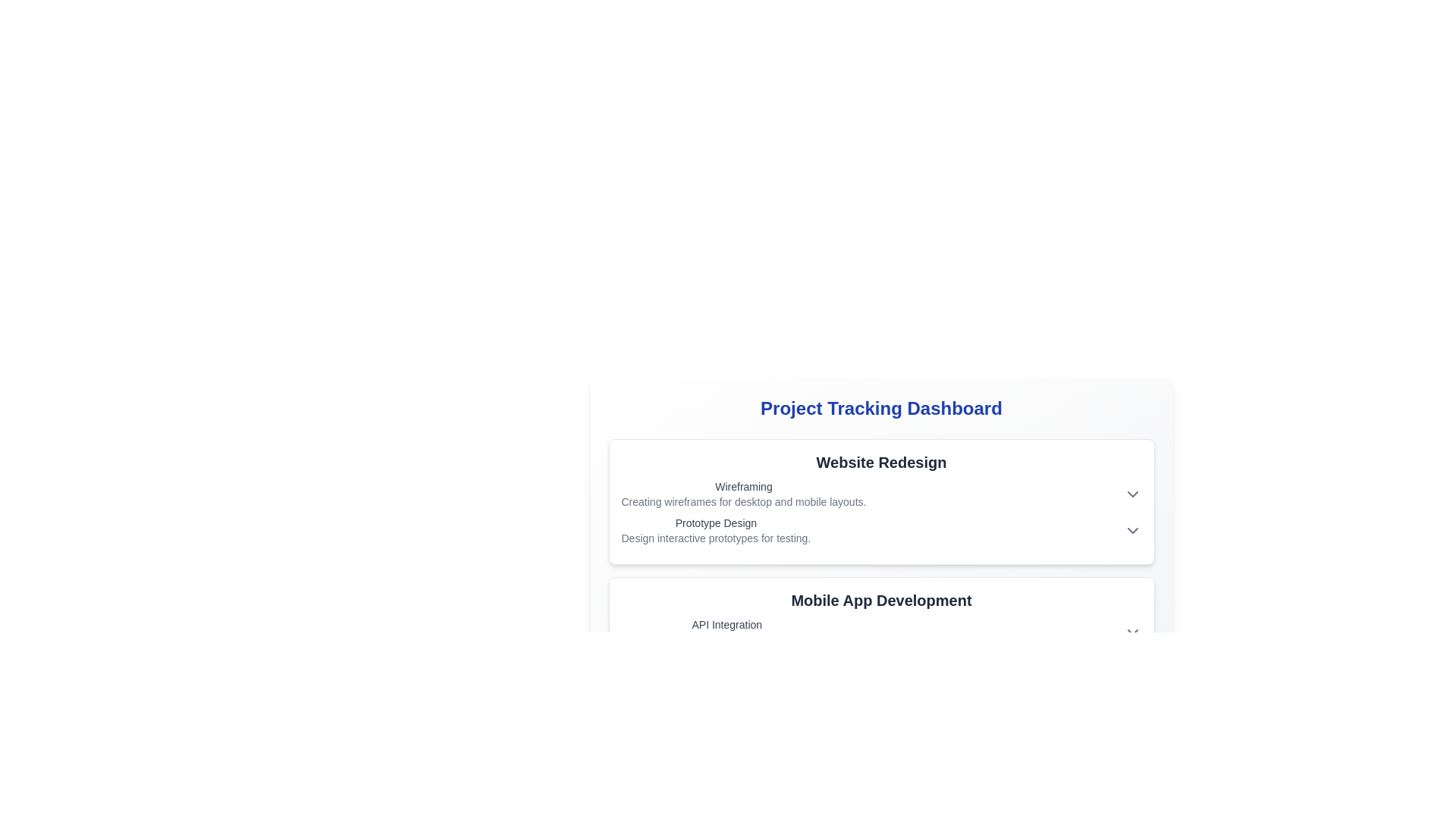  What do you see at coordinates (881, 599) in the screenshot?
I see `text label styled with bold and sizable font in dark gray color that reads 'Mobile App Development', prominently displayed below the 'Website Redesign' section` at bounding box center [881, 599].